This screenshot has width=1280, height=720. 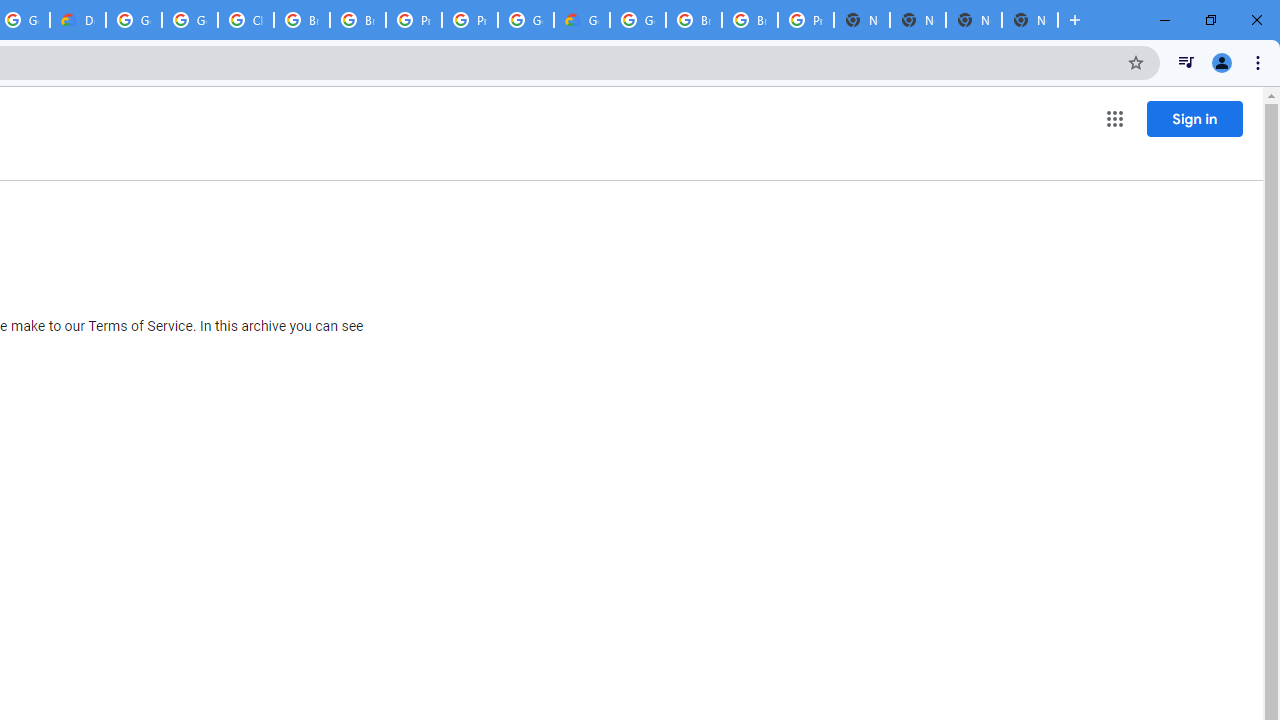 What do you see at coordinates (581, 20) in the screenshot?
I see `'Google Cloud Estimate Summary'` at bounding box center [581, 20].